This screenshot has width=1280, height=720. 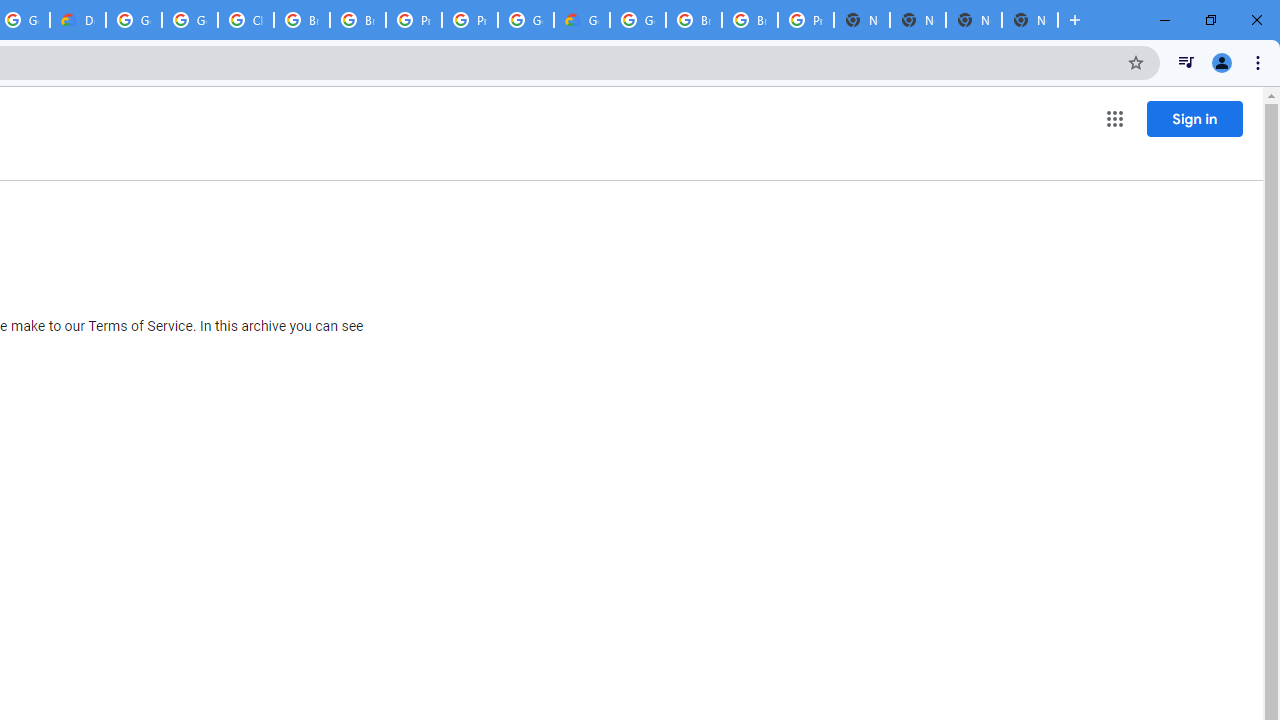 What do you see at coordinates (581, 20) in the screenshot?
I see `'Google Cloud Estimate Summary'` at bounding box center [581, 20].